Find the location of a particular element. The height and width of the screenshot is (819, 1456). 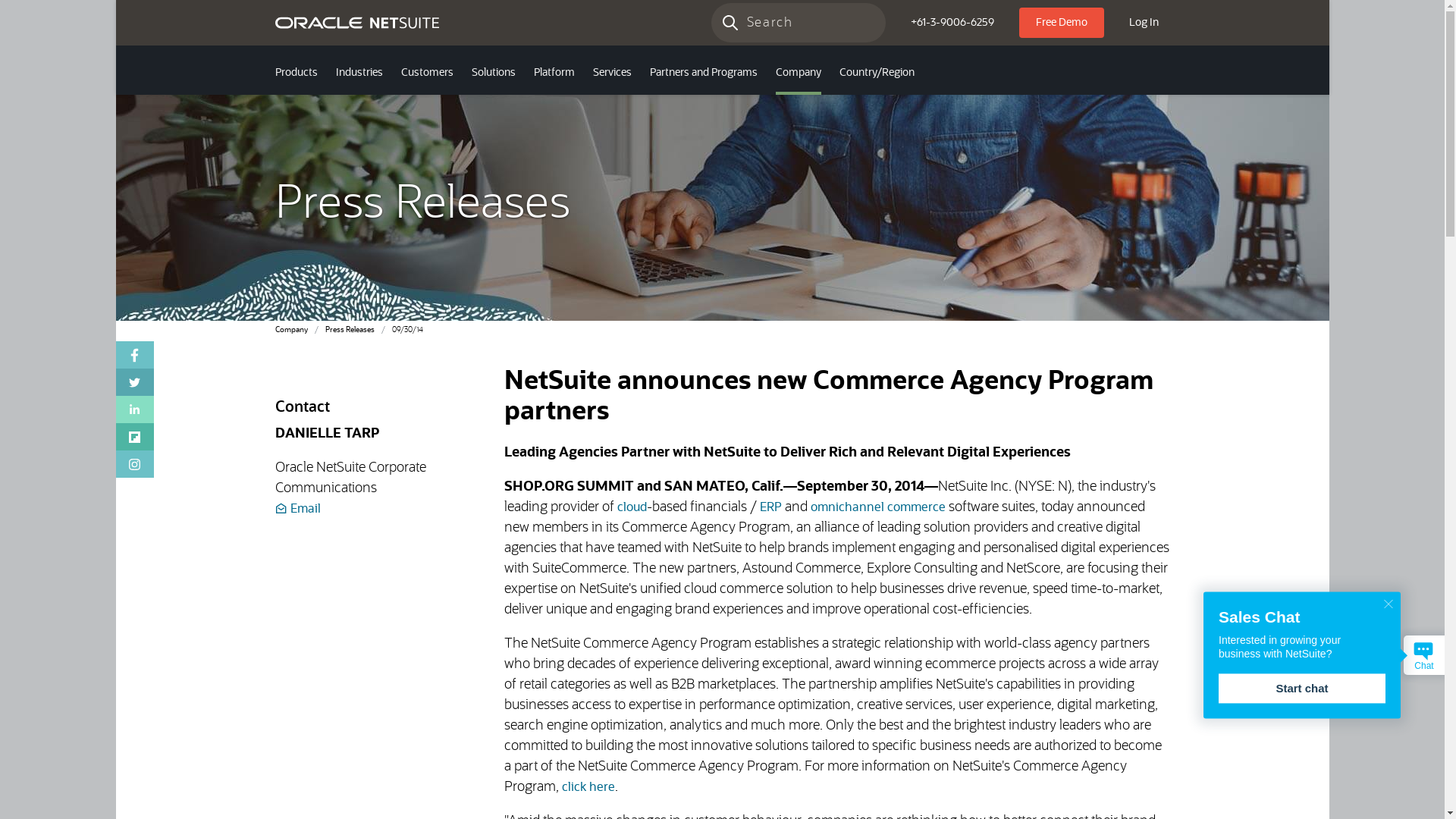

'Share to Facebook' is located at coordinates (115, 354).